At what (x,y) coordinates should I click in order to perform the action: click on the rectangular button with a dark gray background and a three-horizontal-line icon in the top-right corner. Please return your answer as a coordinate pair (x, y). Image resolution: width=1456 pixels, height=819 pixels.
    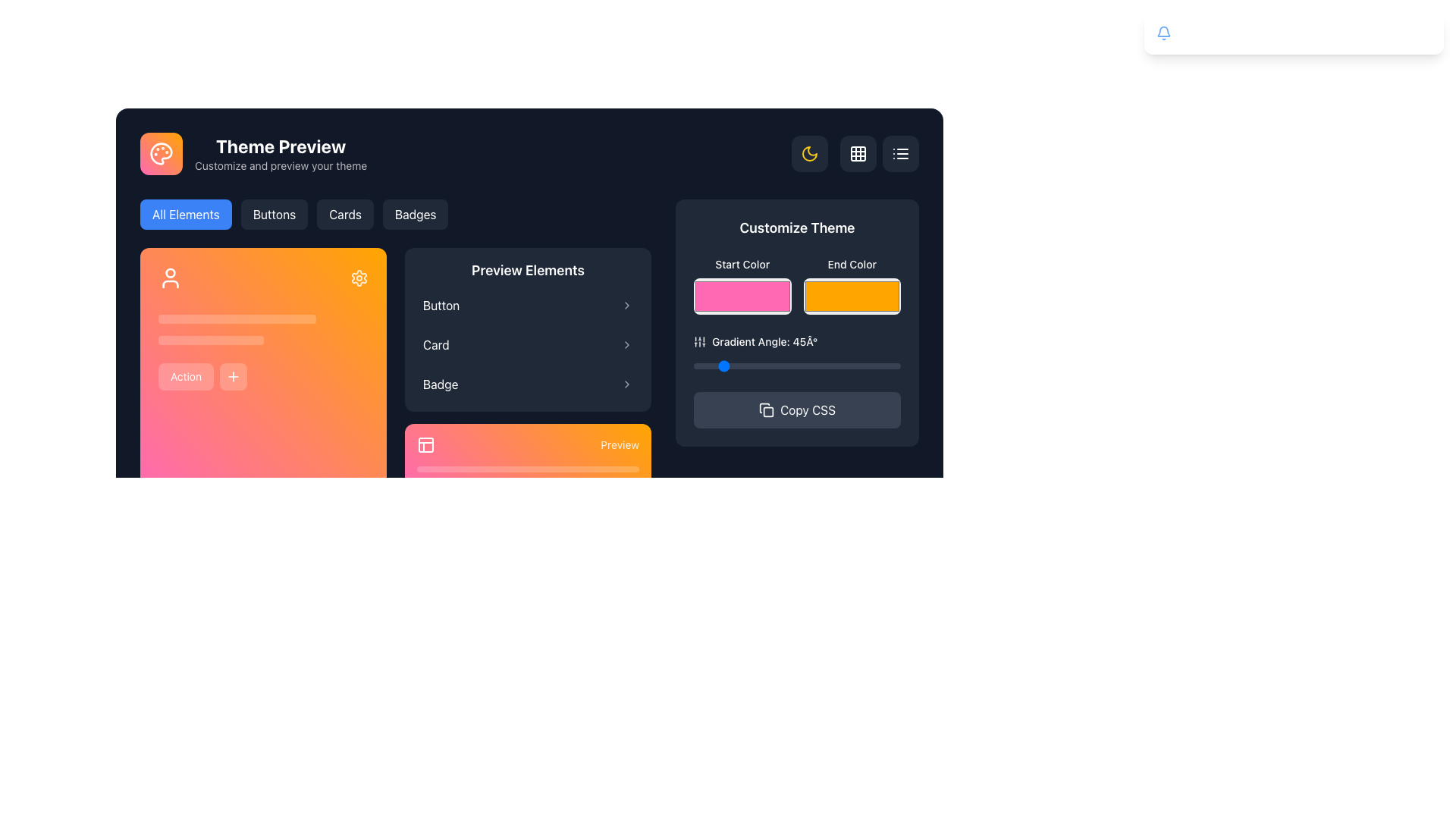
    Looking at the image, I should click on (901, 154).